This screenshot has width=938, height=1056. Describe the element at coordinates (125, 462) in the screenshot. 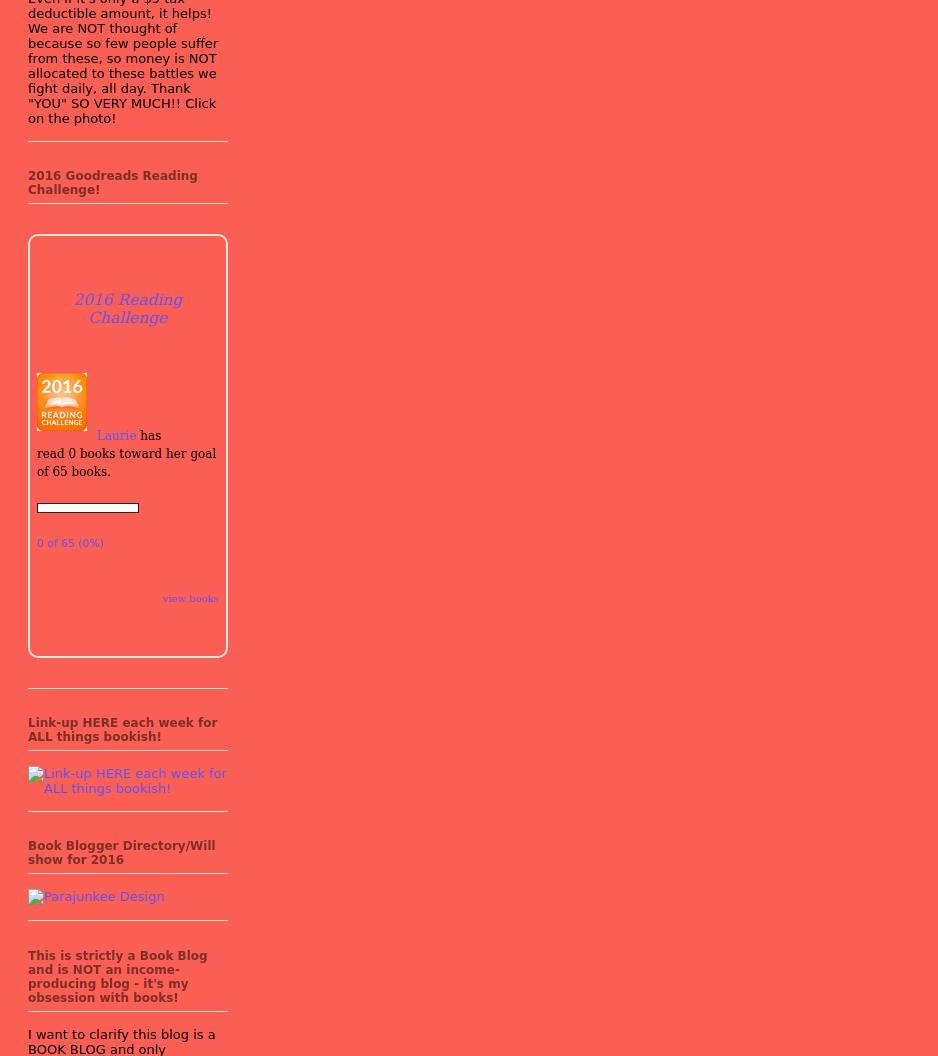

I see `'read 0 books toward her goal of 65 books.'` at that location.